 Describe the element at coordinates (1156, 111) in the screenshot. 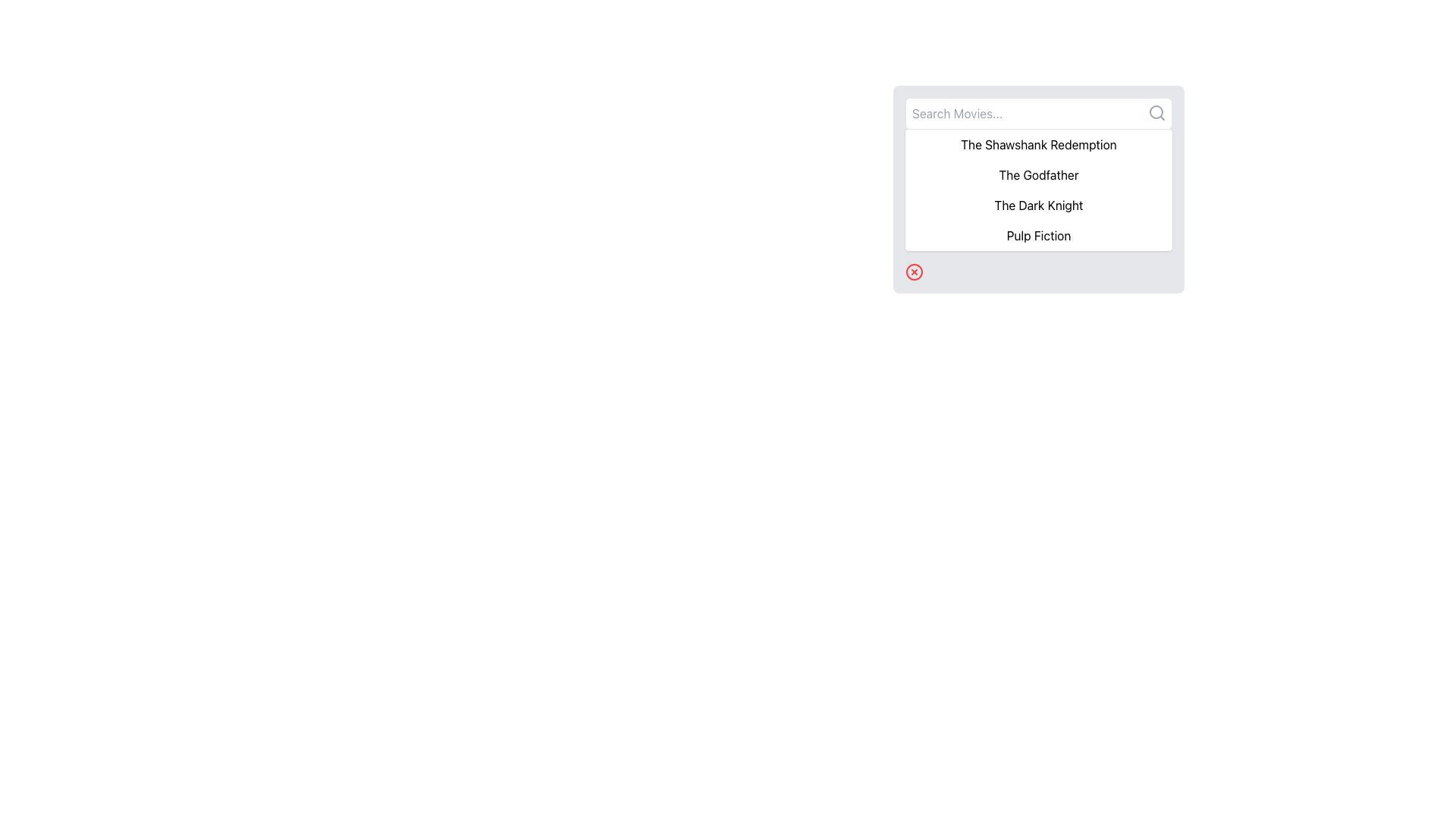

I see `the circular component of the magnifier glass icon used for search functionality located in the top-right corner of the search interface` at that location.